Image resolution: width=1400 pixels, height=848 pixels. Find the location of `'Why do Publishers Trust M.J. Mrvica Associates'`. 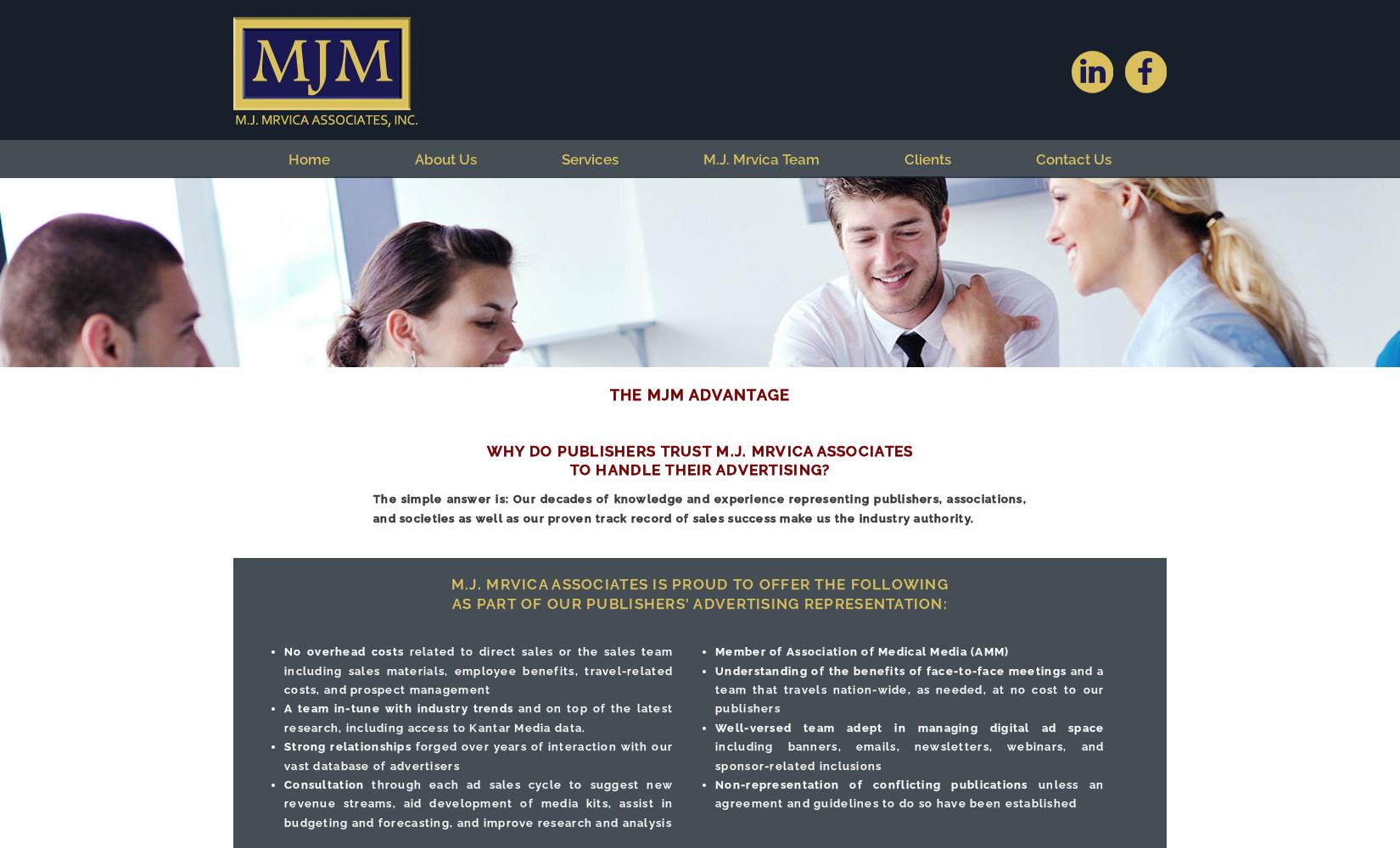

'Why do Publishers Trust M.J. Mrvica Associates' is located at coordinates (698, 450).